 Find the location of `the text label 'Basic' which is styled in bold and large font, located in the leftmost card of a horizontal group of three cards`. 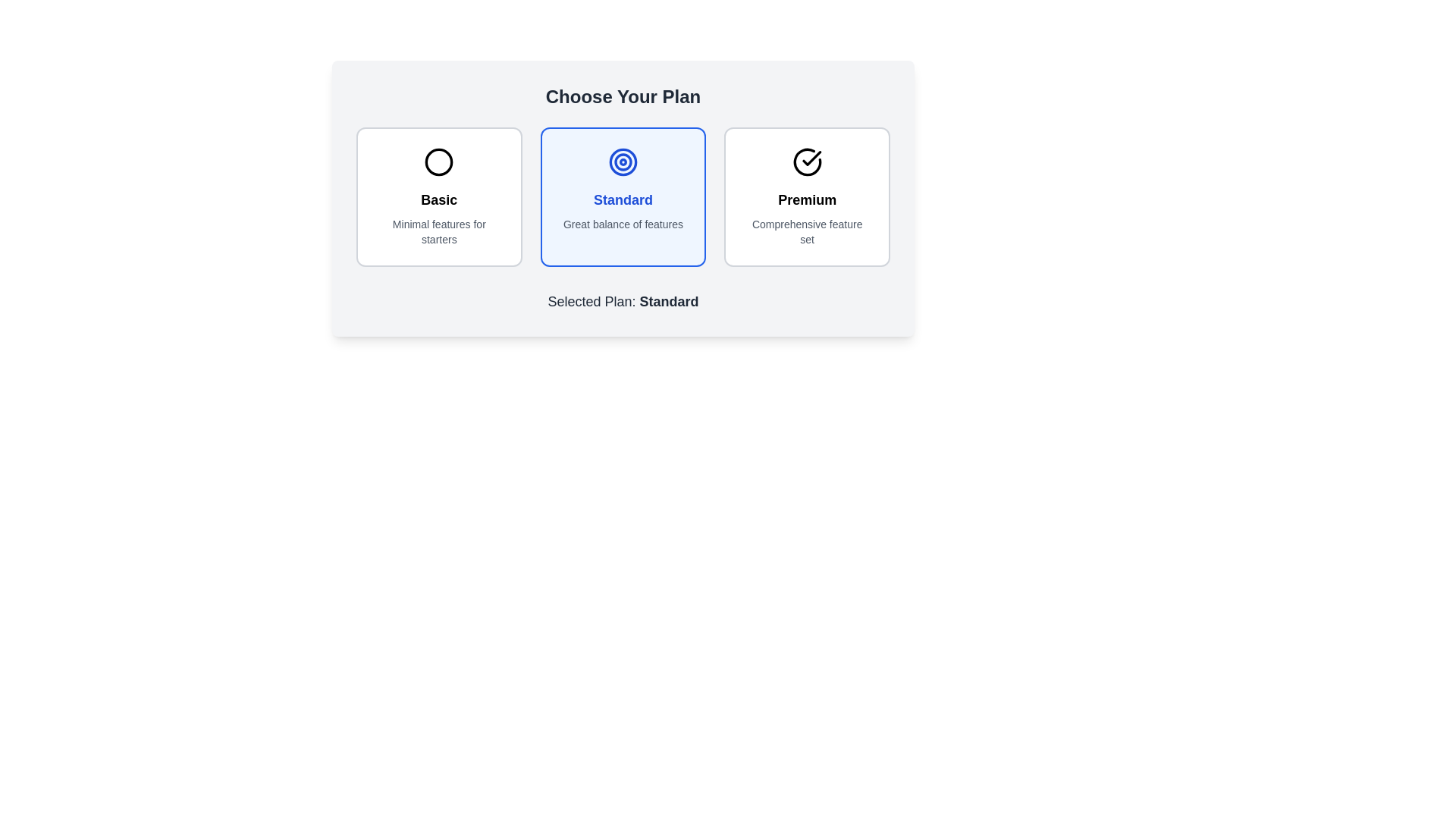

the text label 'Basic' which is styled in bold and large font, located in the leftmost card of a horizontal group of three cards is located at coordinates (438, 199).